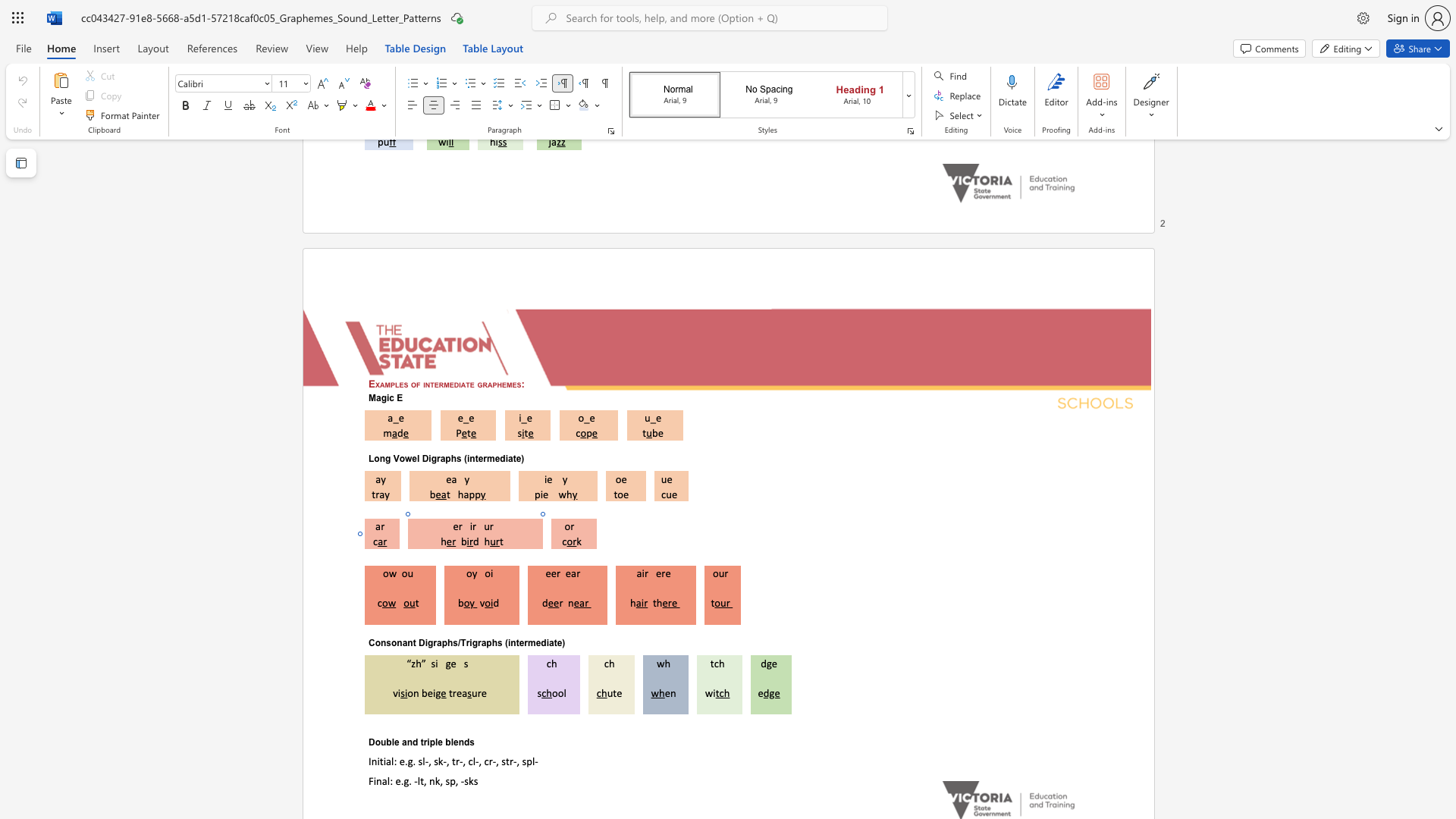 Image resolution: width=1456 pixels, height=819 pixels. What do you see at coordinates (555, 573) in the screenshot?
I see `the space between the continuous character "e" and "r" in the text` at bounding box center [555, 573].